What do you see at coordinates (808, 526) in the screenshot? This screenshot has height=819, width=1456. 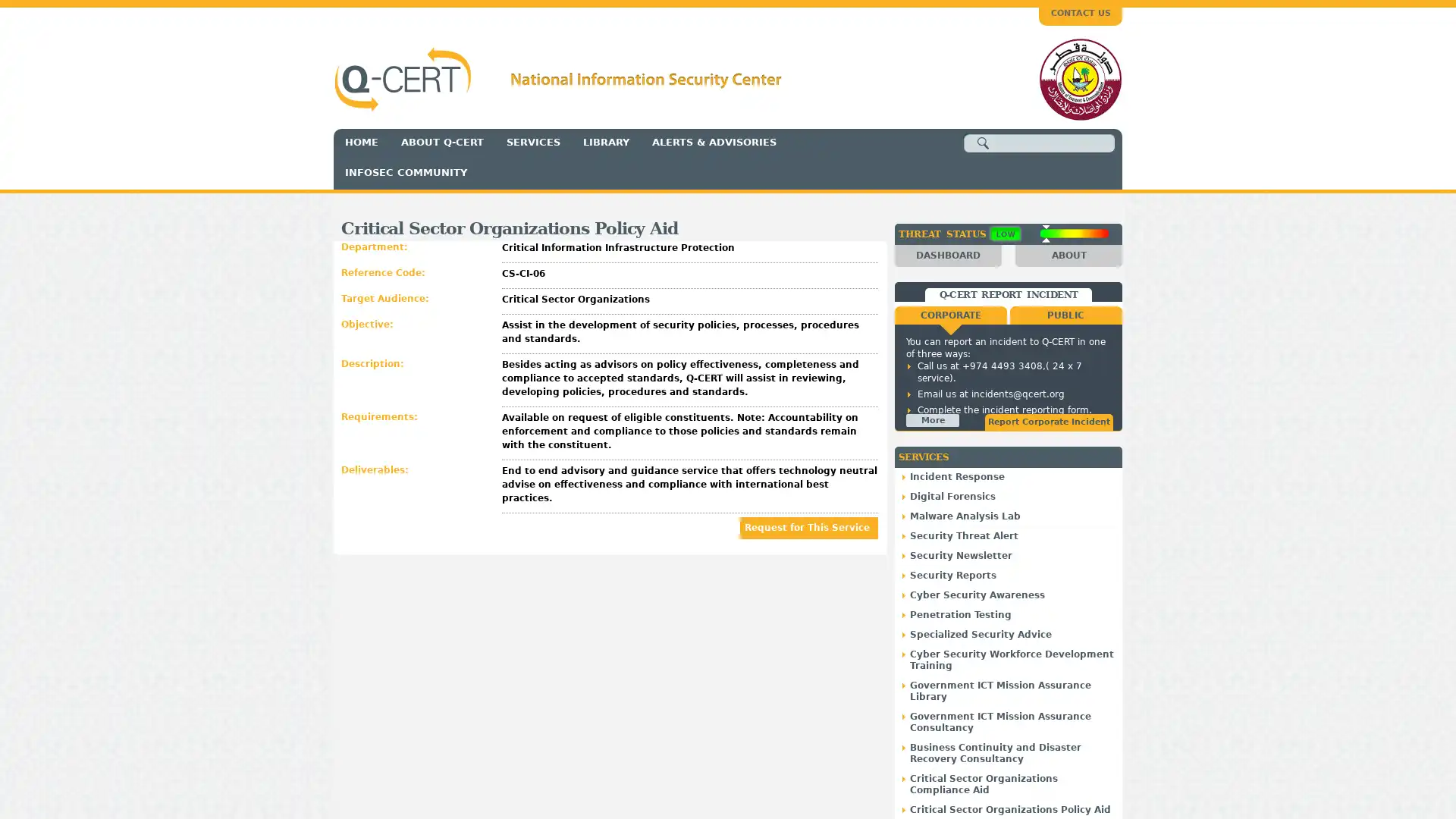 I see `Request for This Service` at bounding box center [808, 526].